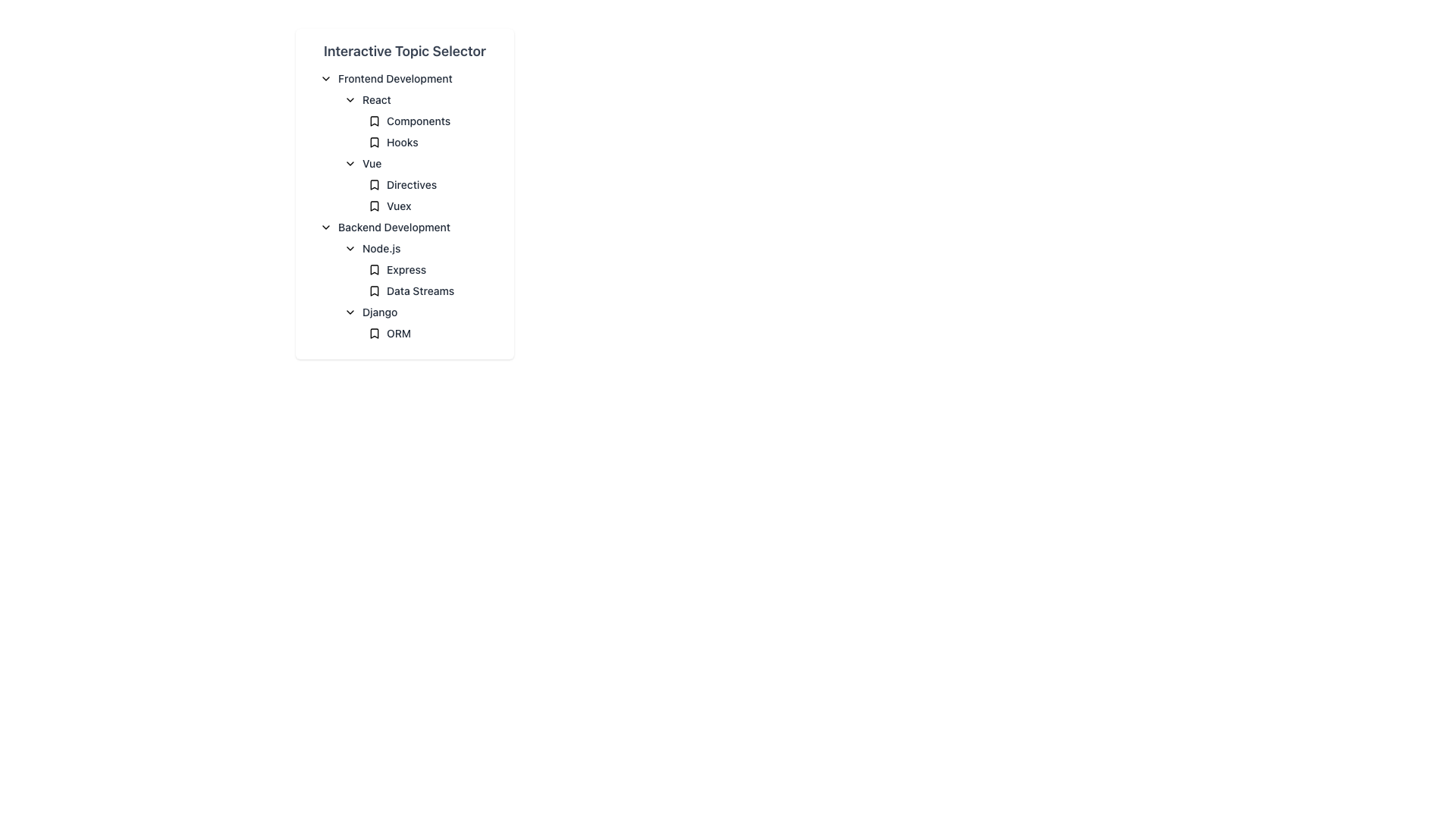 The width and height of the screenshot is (1456, 819). I want to click on the static text label 'React' located under the 'Frontend Development' category in the interactive topic selector, so click(376, 99).